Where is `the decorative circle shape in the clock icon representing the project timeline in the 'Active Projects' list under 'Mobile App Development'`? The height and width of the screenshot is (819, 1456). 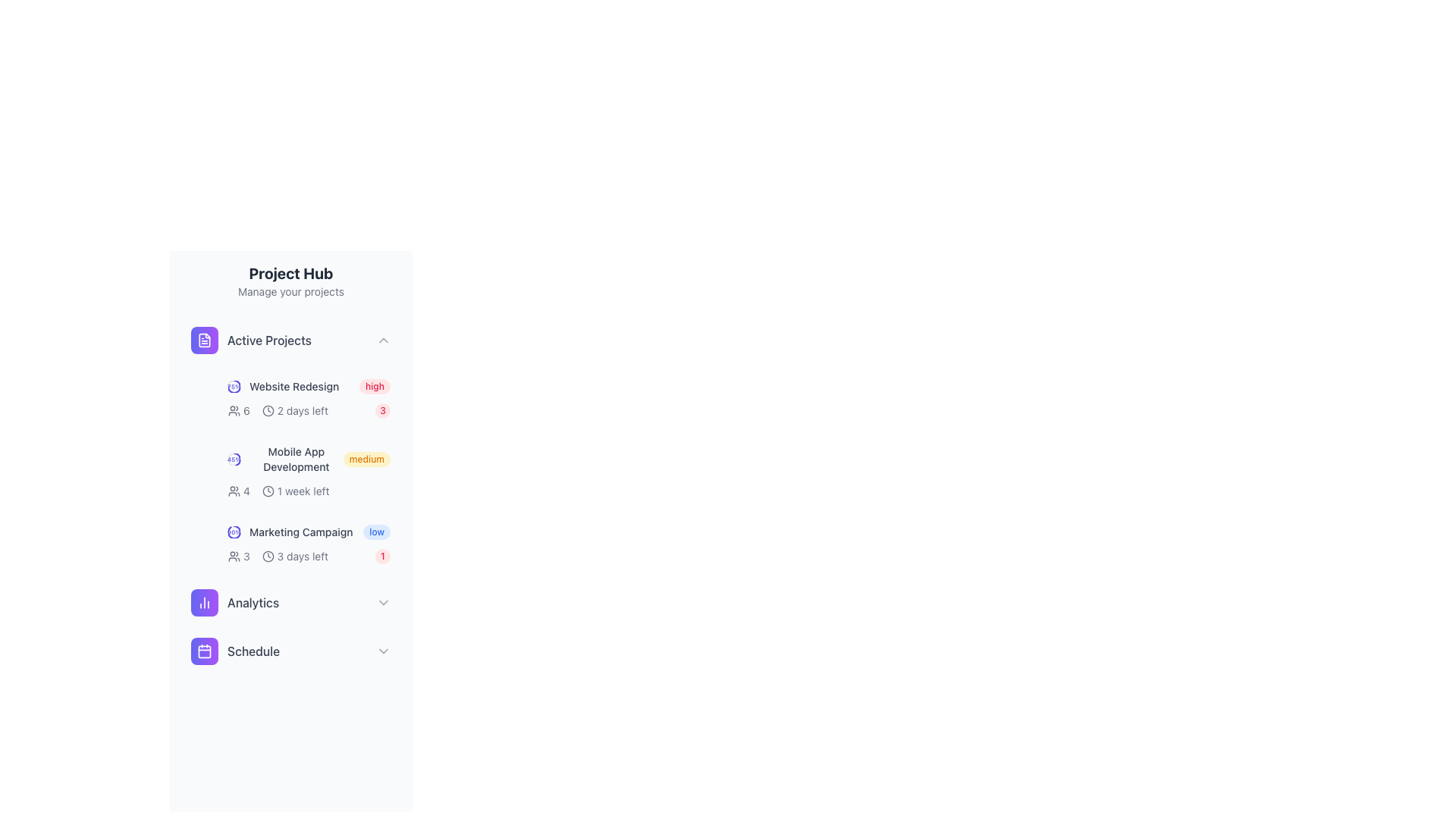 the decorative circle shape in the clock icon representing the project timeline in the 'Active Projects' list under 'Mobile App Development' is located at coordinates (268, 491).